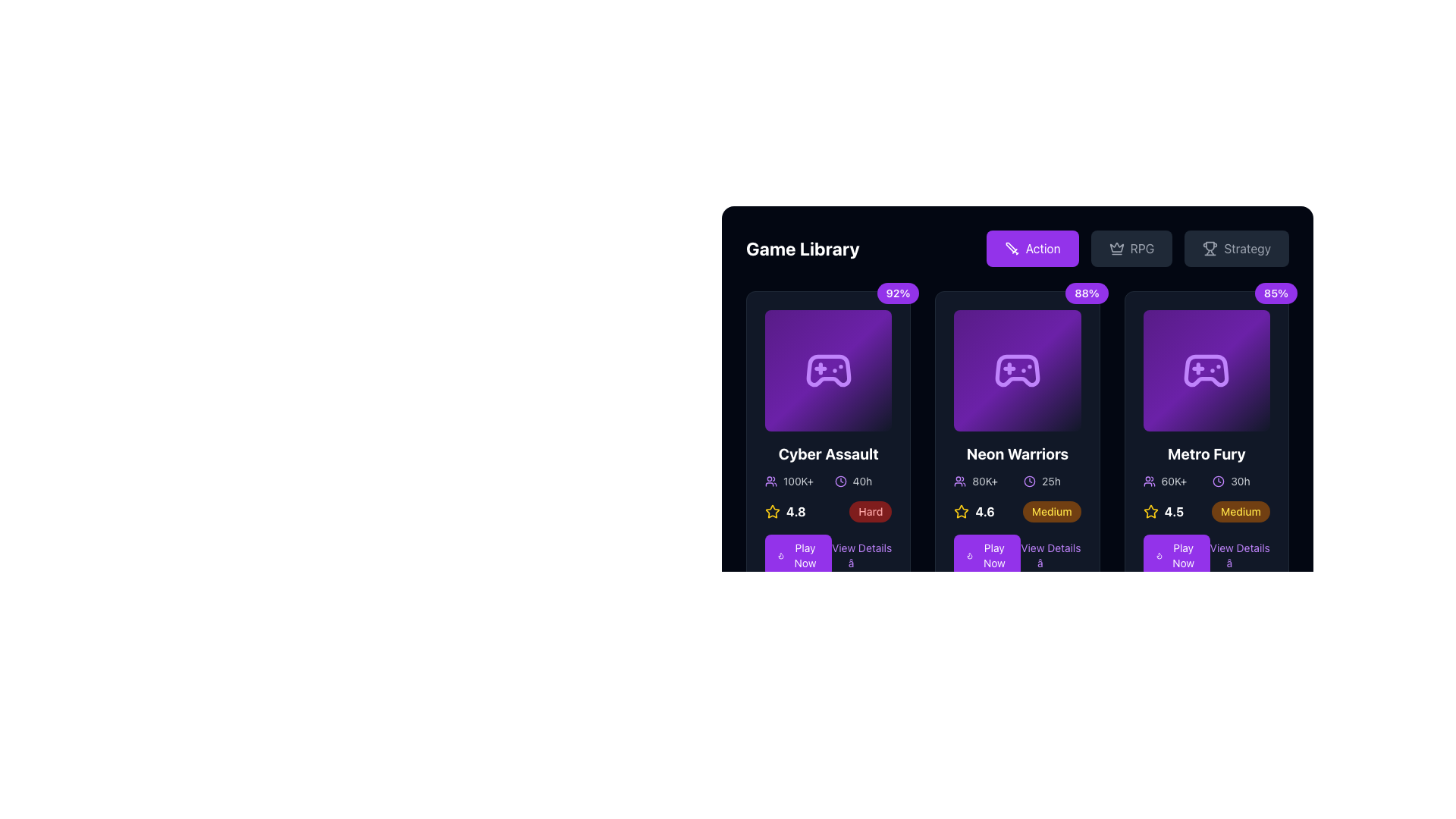  What do you see at coordinates (1210, 246) in the screenshot?
I see `the trophy-like icon located in the header area of the application, positioned between the 'RPG' button and the 'Strategy' button in the navigation bar` at bounding box center [1210, 246].